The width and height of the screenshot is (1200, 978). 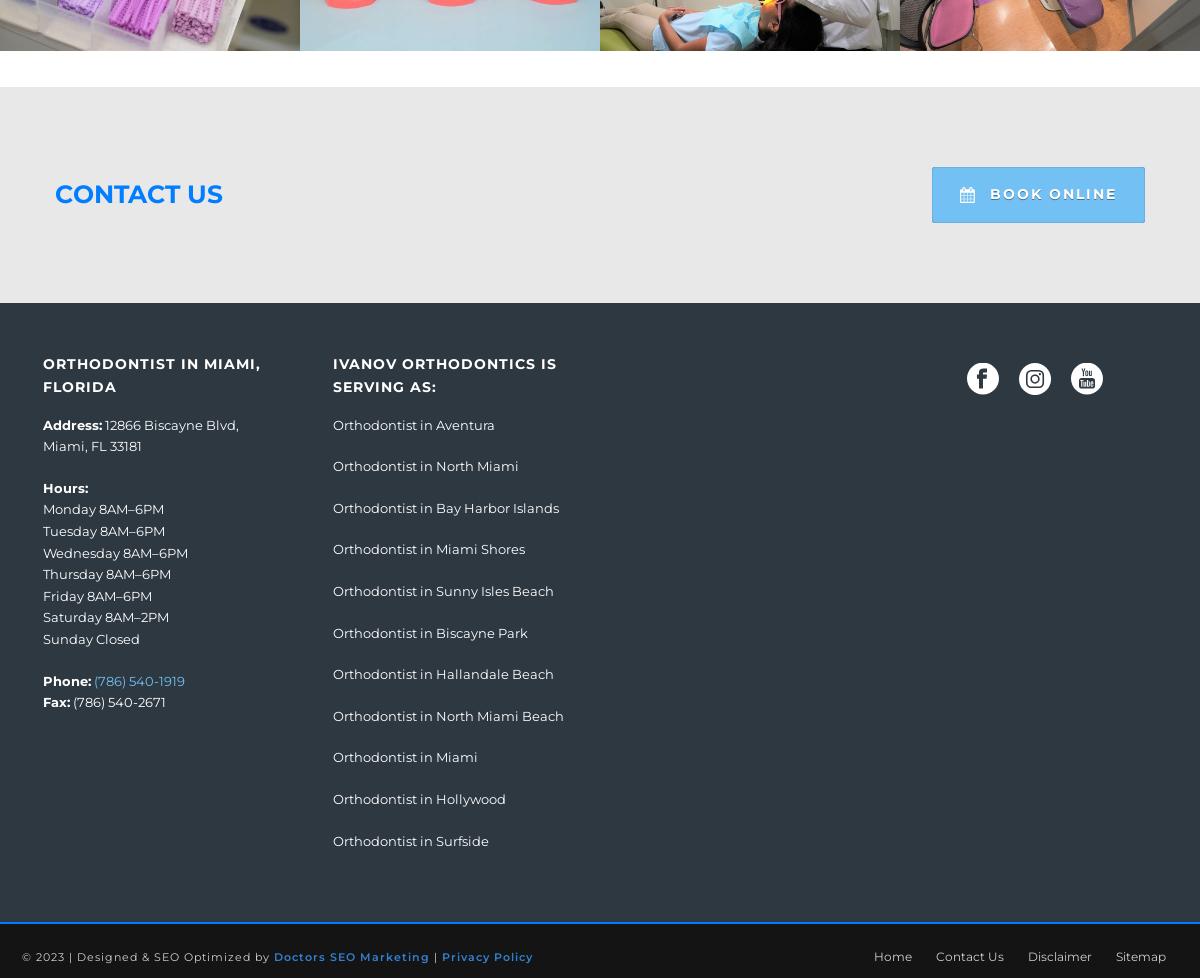 What do you see at coordinates (141, 434) in the screenshot?
I see `'12866 Biscayne Blvd, Miami, FL 33181'` at bounding box center [141, 434].